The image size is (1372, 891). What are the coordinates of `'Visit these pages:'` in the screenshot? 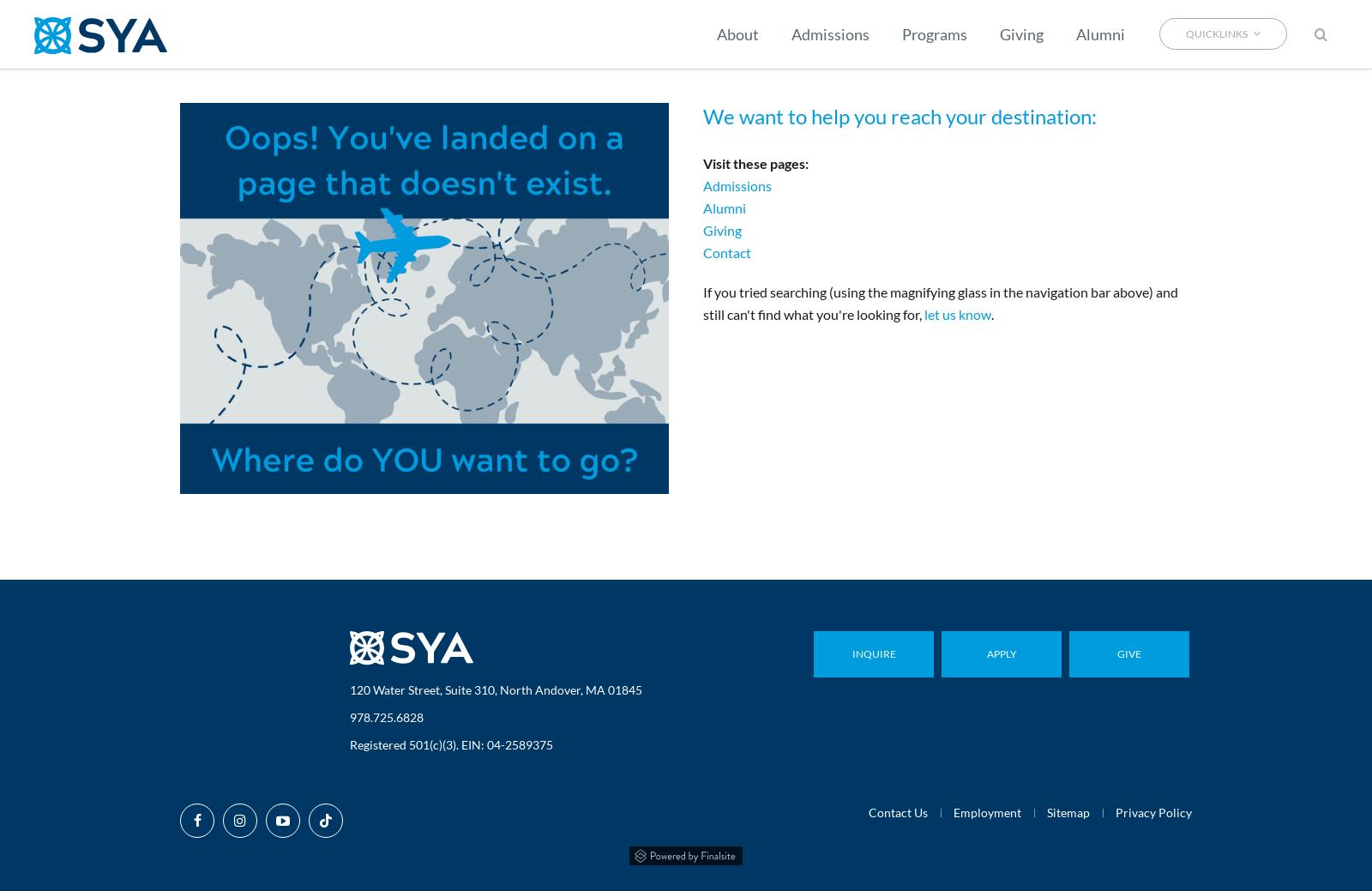 It's located at (755, 163).